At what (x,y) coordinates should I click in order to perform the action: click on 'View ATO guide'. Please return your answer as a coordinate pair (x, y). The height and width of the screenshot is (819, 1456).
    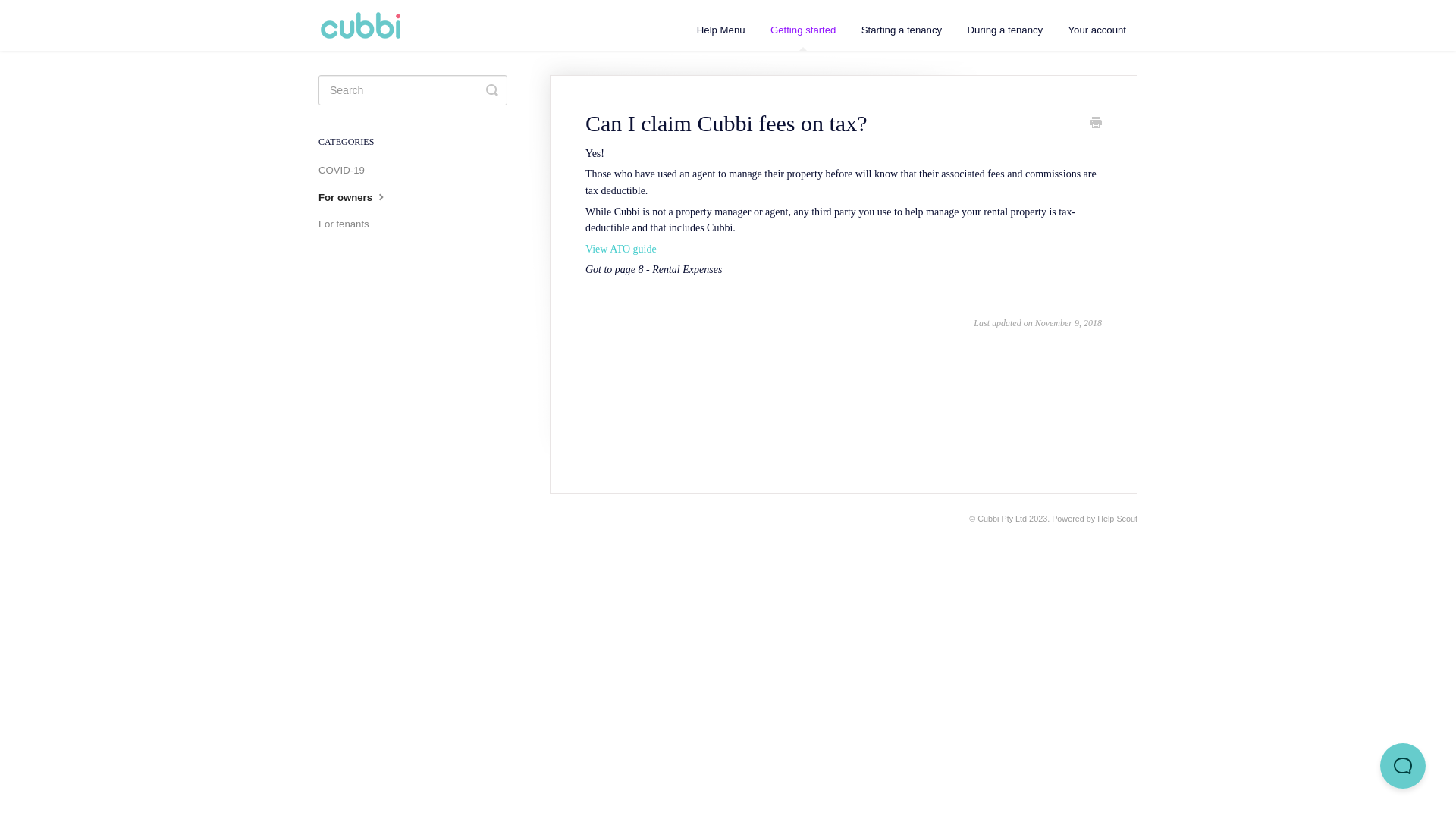
    Looking at the image, I should click on (585, 248).